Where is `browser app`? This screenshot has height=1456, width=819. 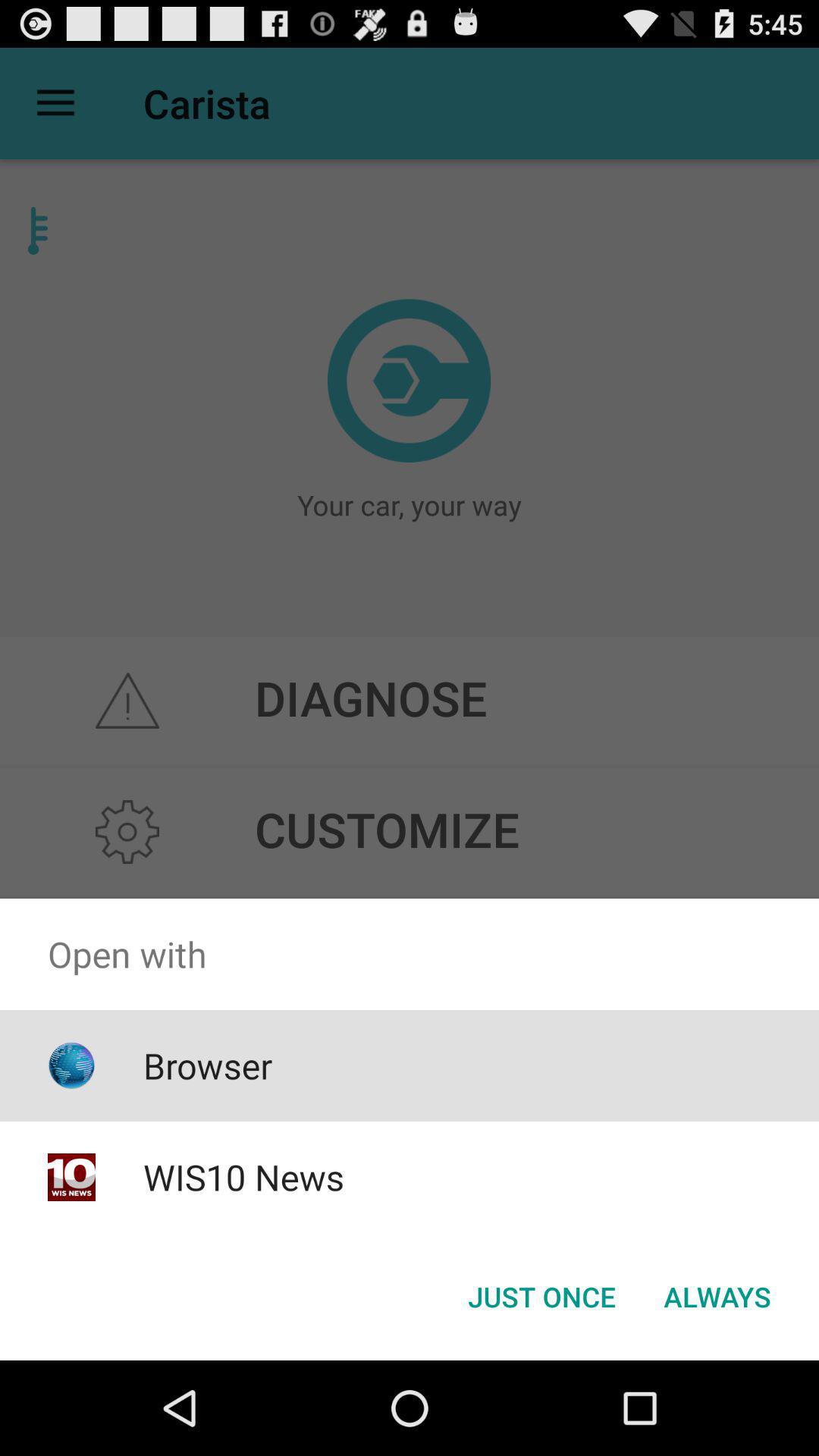
browser app is located at coordinates (208, 1065).